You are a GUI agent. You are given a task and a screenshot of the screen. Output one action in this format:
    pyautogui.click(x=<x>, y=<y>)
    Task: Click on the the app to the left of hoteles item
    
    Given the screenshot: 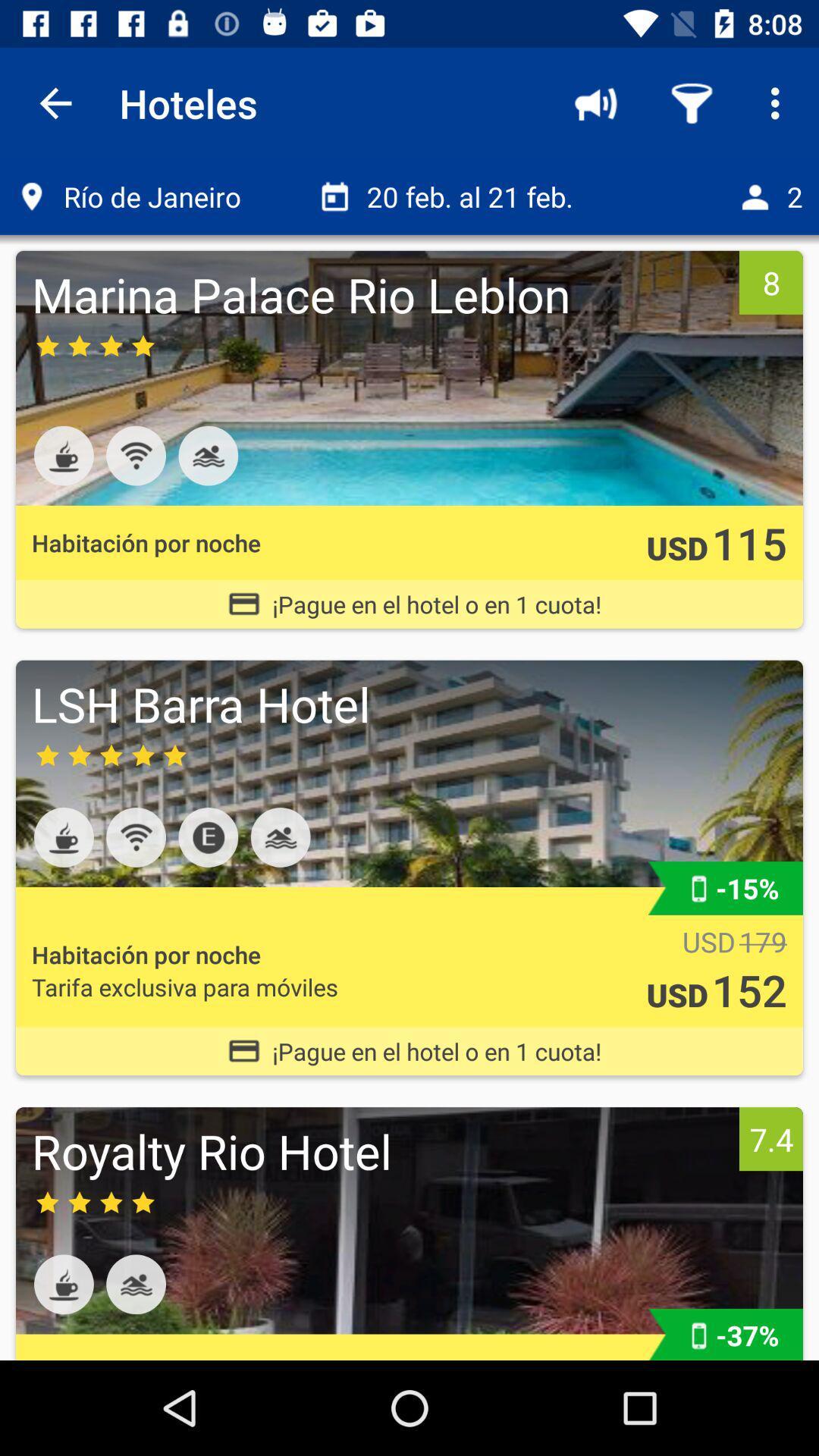 What is the action you would take?
    pyautogui.click(x=55, y=102)
    